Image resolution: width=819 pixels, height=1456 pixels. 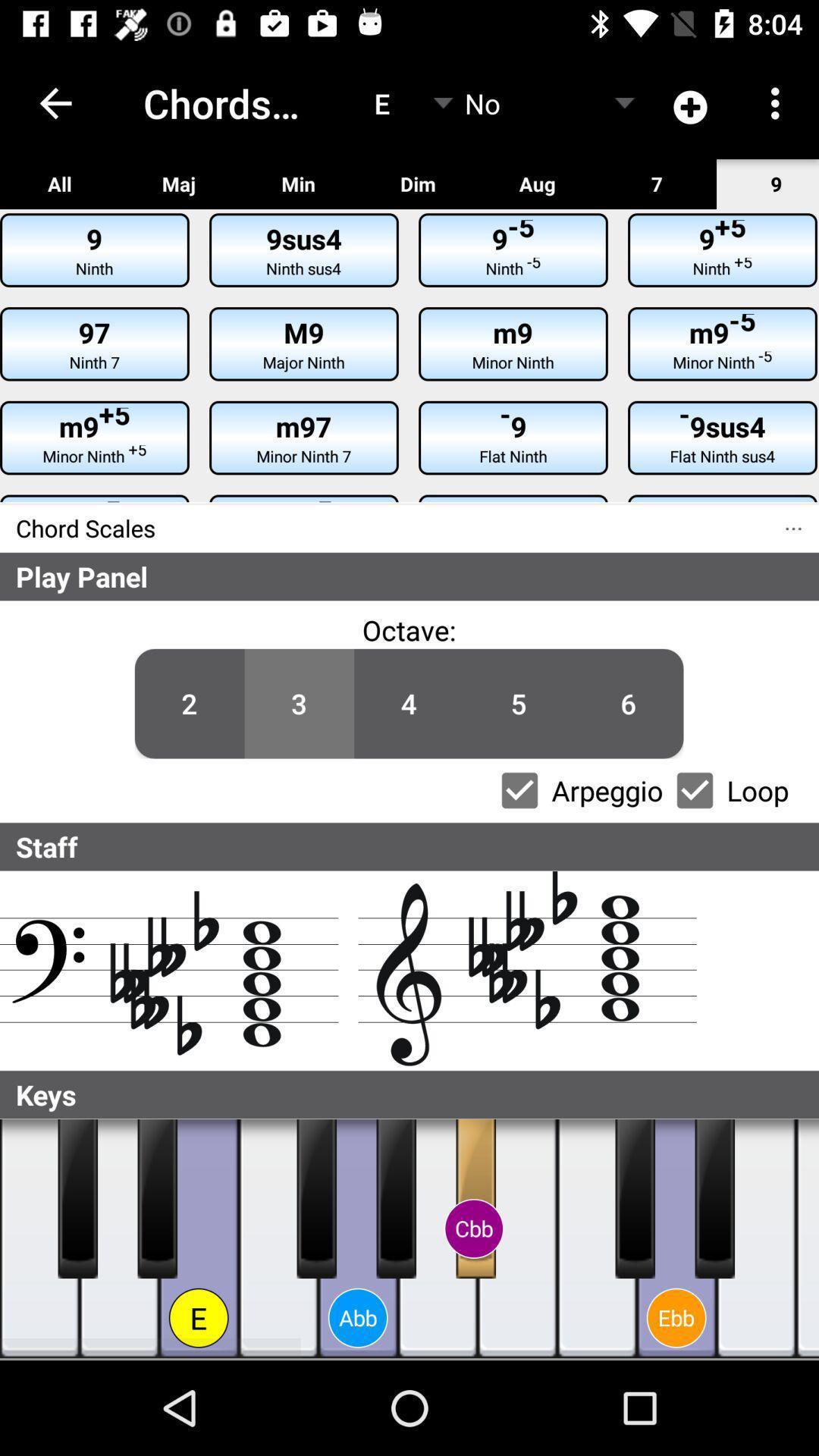 I want to click on icon next to 5 item, so click(x=408, y=629).